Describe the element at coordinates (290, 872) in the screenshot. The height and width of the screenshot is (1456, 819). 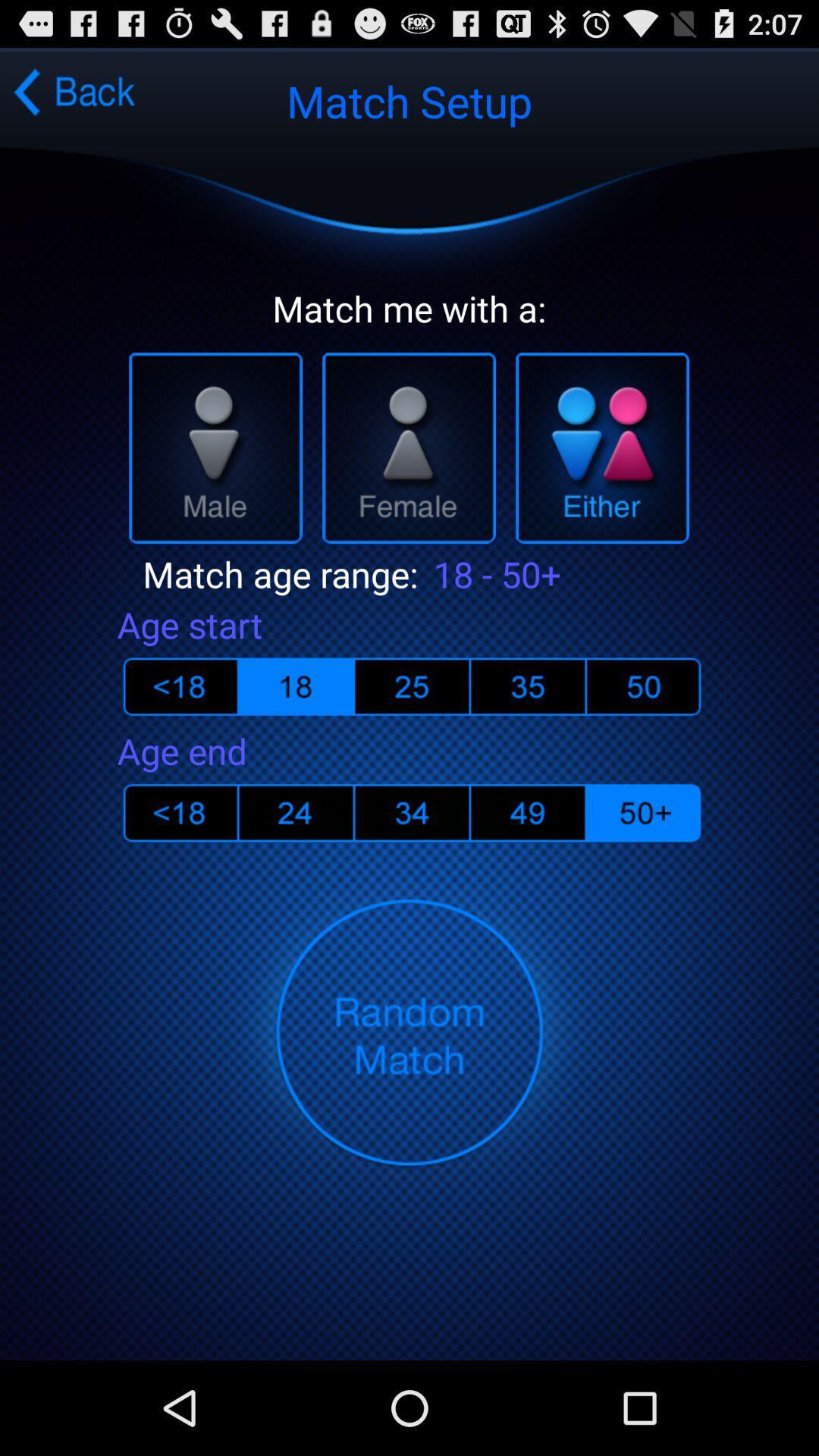
I see `the label icon` at that location.